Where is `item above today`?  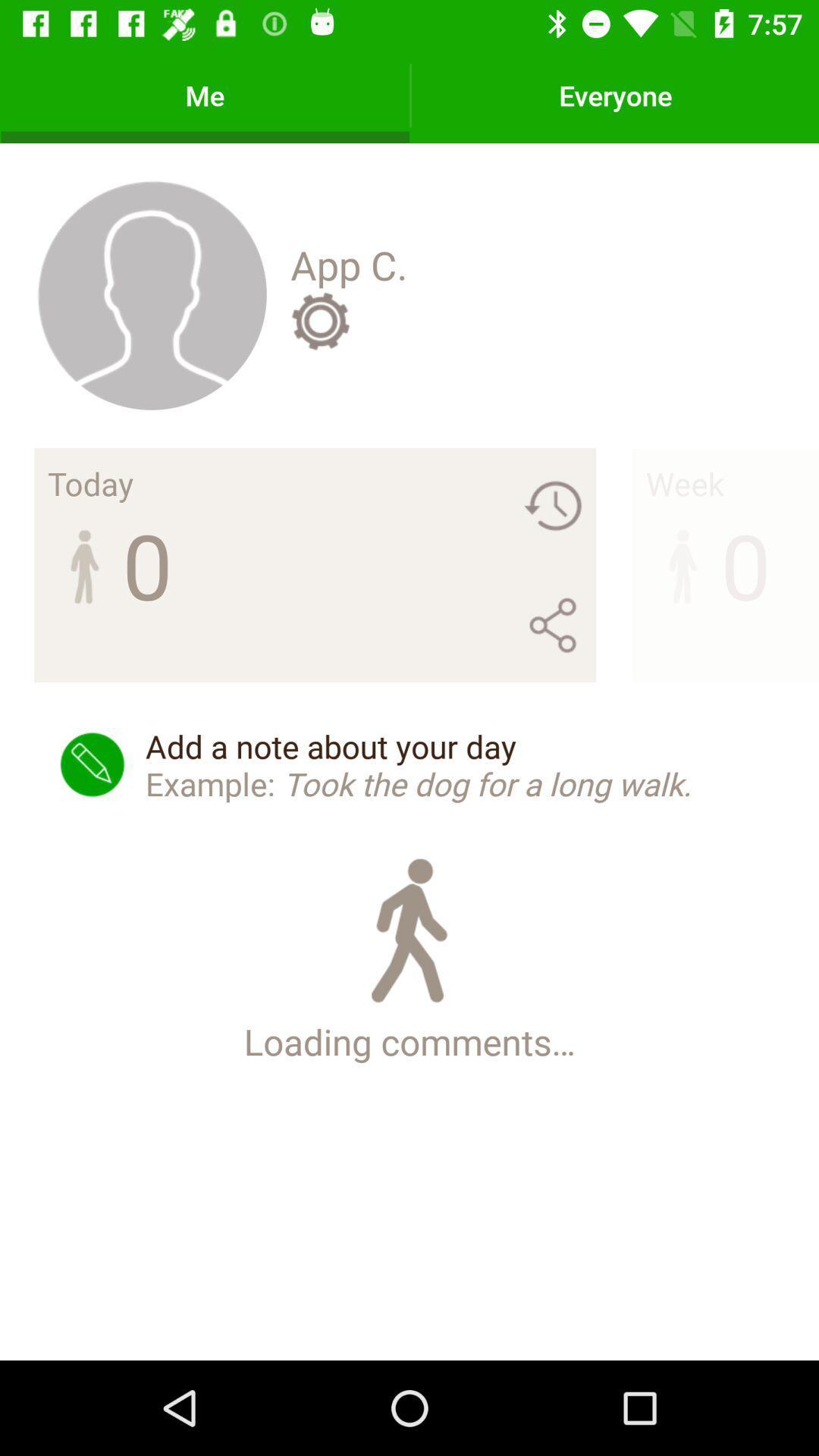 item above today is located at coordinates (151, 294).